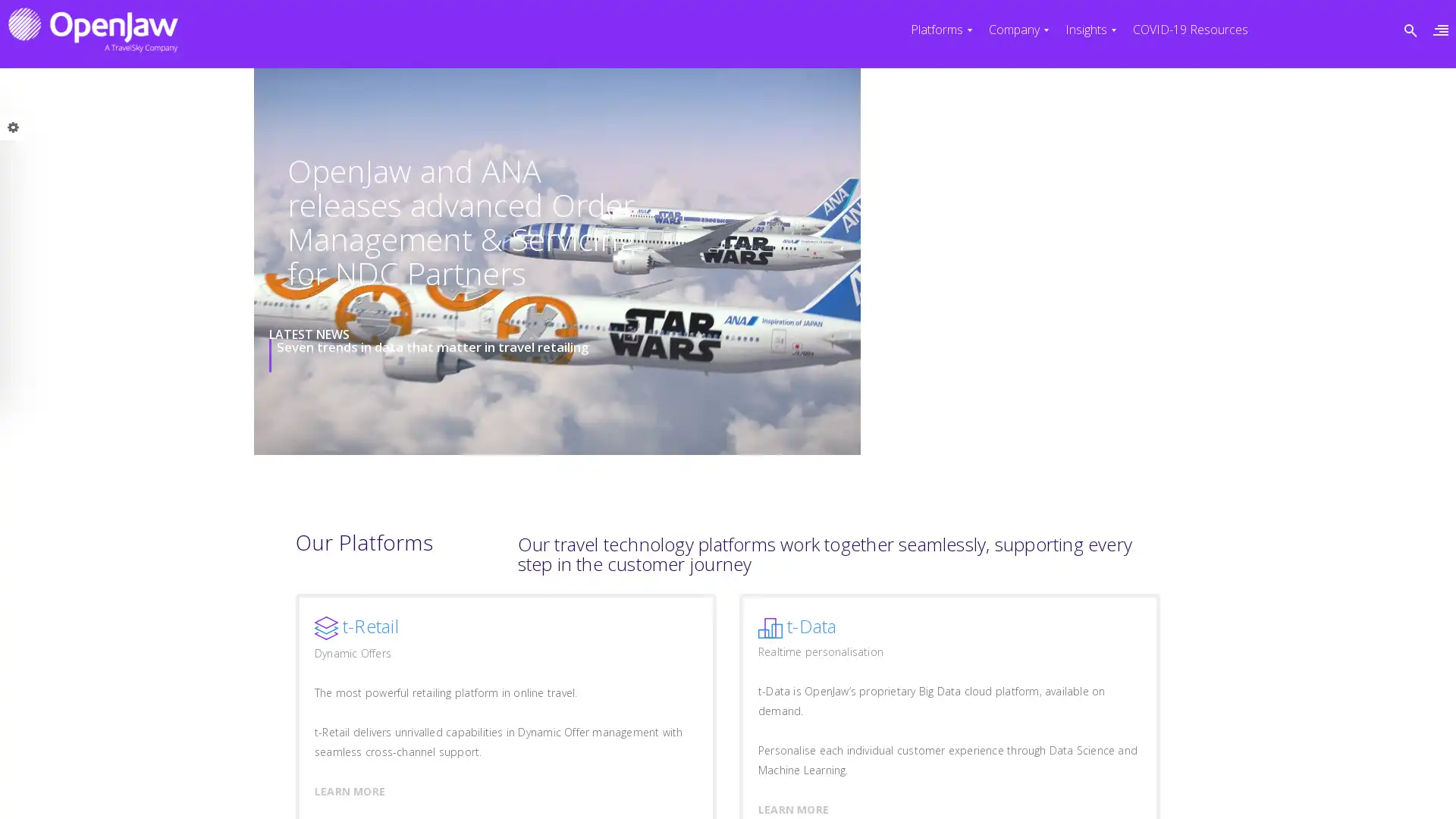 The width and height of the screenshot is (1456, 819). I want to click on Settings, so click(1033, 789).